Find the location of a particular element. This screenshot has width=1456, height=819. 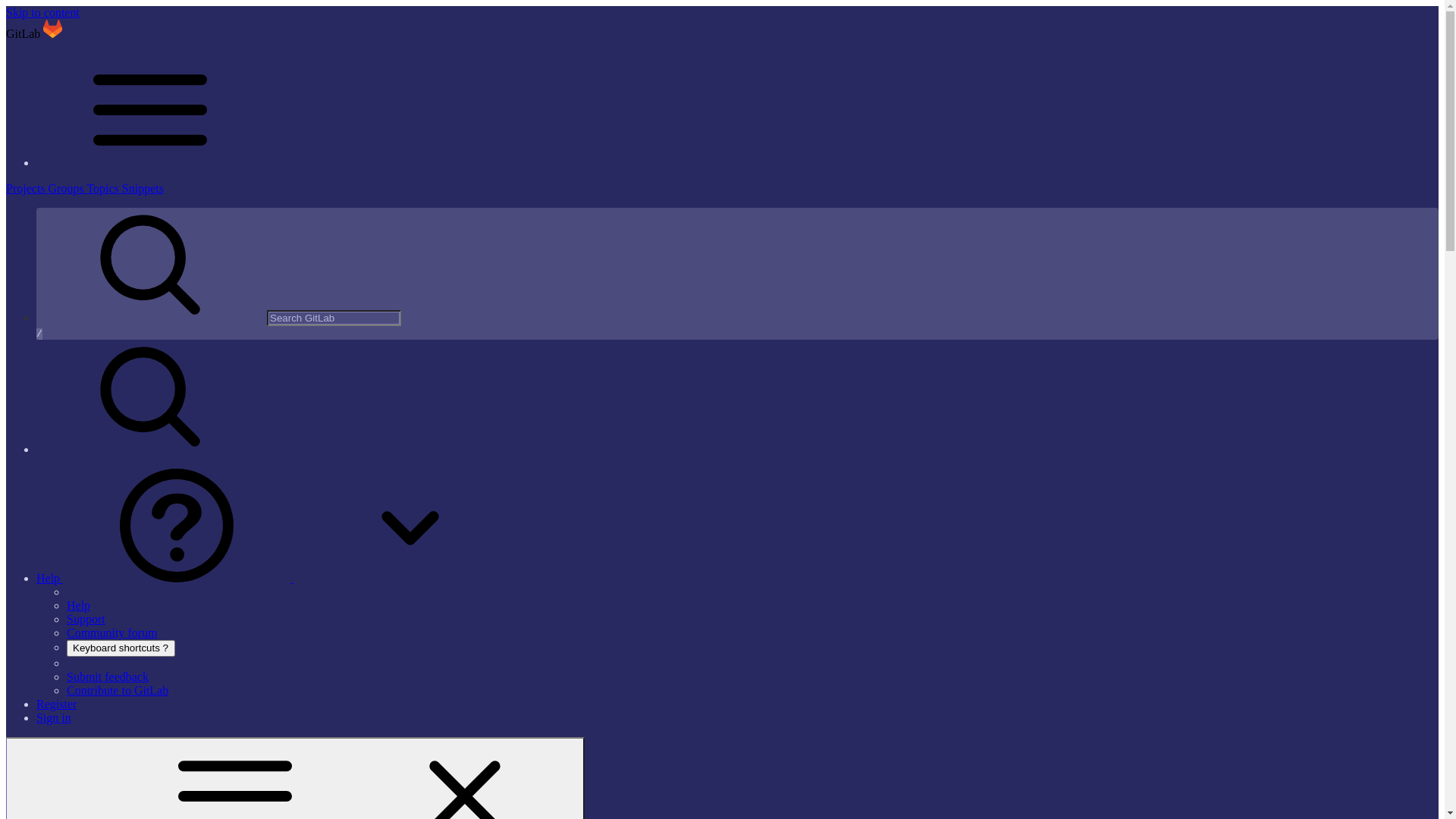

'Topics' is located at coordinates (103, 187).